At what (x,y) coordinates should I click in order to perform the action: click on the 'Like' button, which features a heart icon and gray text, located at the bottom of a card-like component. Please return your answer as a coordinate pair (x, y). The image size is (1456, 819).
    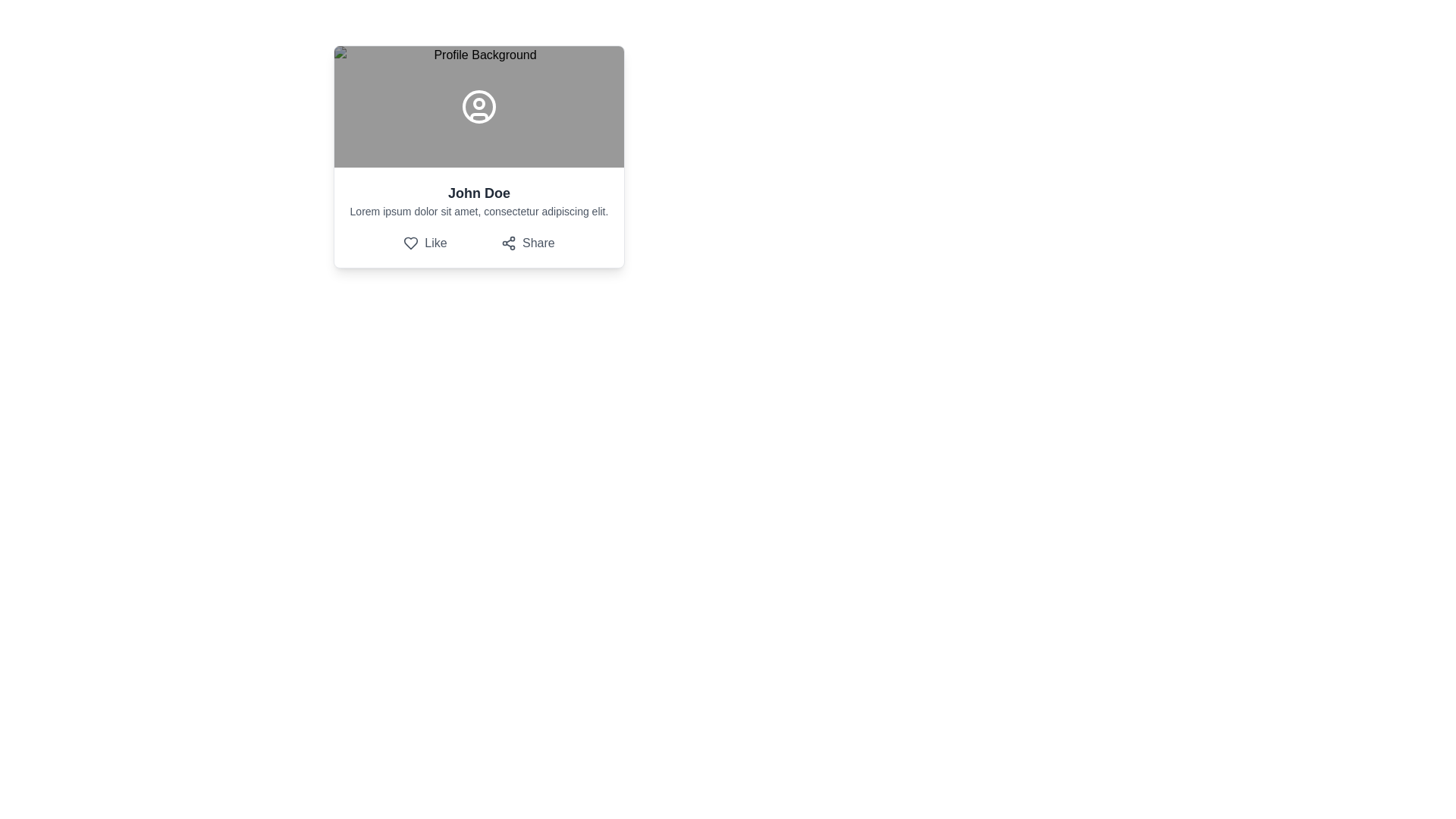
    Looking at the image, I should click on (425, 242).